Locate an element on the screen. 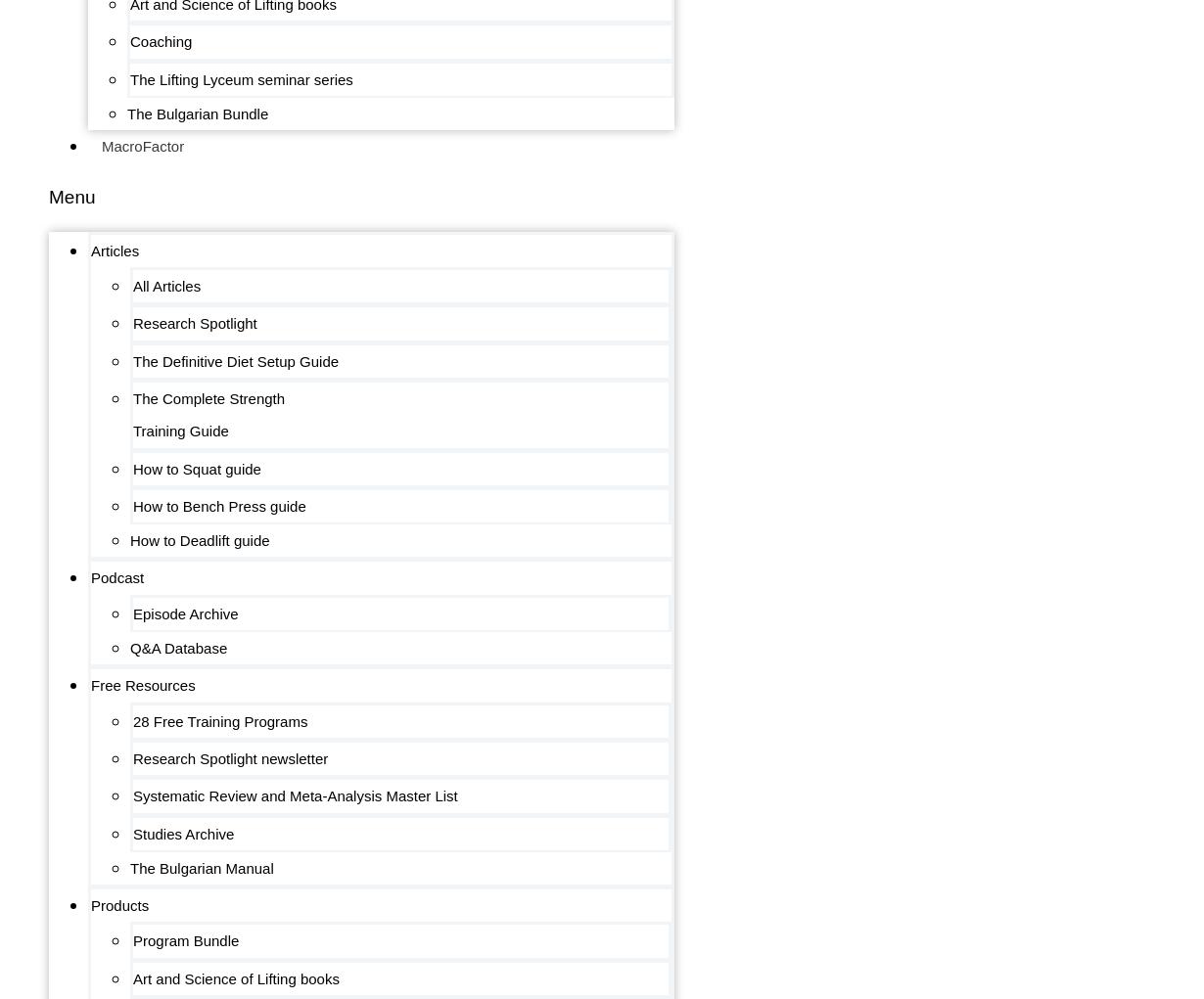 The image size is (1204, 999). 'How to Bench Press guide' is located at coordinates (218, 505).